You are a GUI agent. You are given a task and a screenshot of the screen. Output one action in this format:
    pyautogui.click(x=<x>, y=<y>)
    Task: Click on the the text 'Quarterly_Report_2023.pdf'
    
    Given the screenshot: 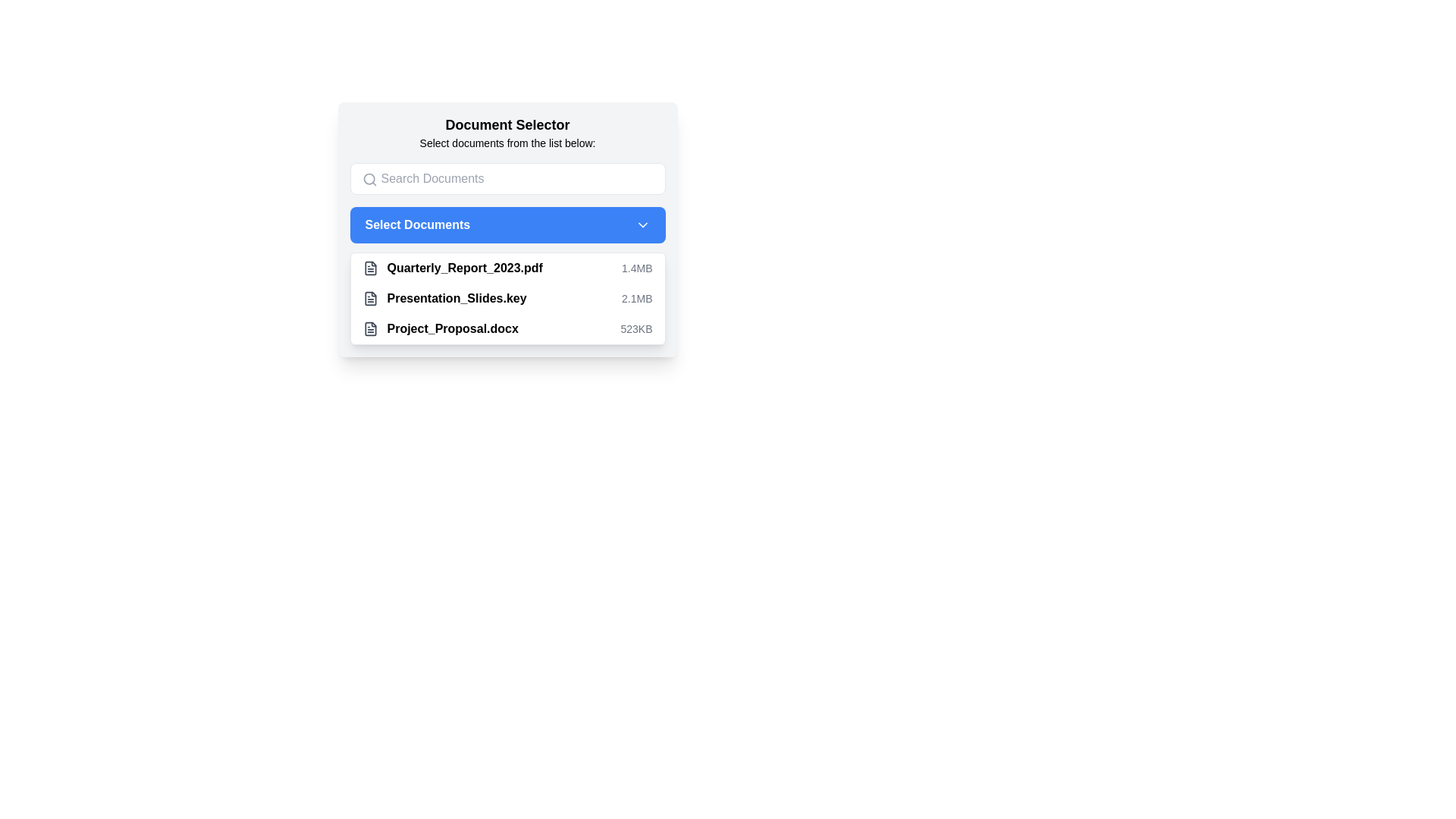 What is the action you would take?
    pyautogui.click(x=452, y=268)
    